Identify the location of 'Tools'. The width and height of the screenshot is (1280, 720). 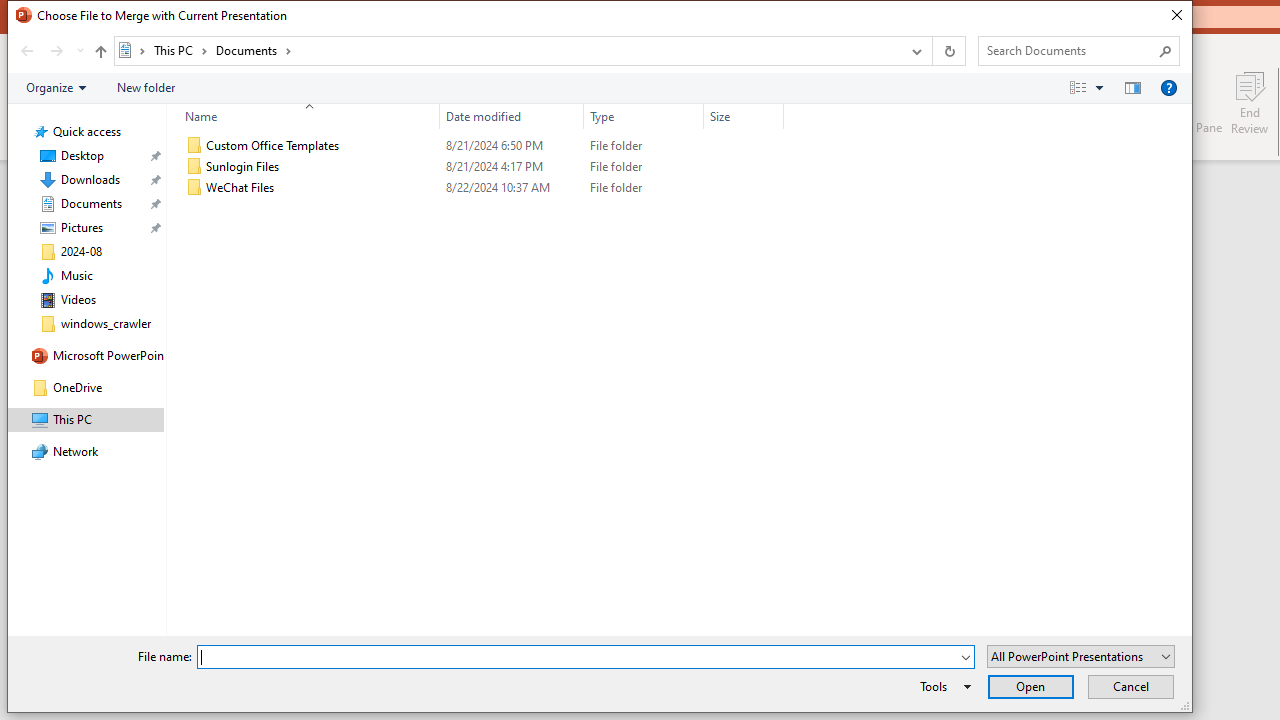
(941, 685).